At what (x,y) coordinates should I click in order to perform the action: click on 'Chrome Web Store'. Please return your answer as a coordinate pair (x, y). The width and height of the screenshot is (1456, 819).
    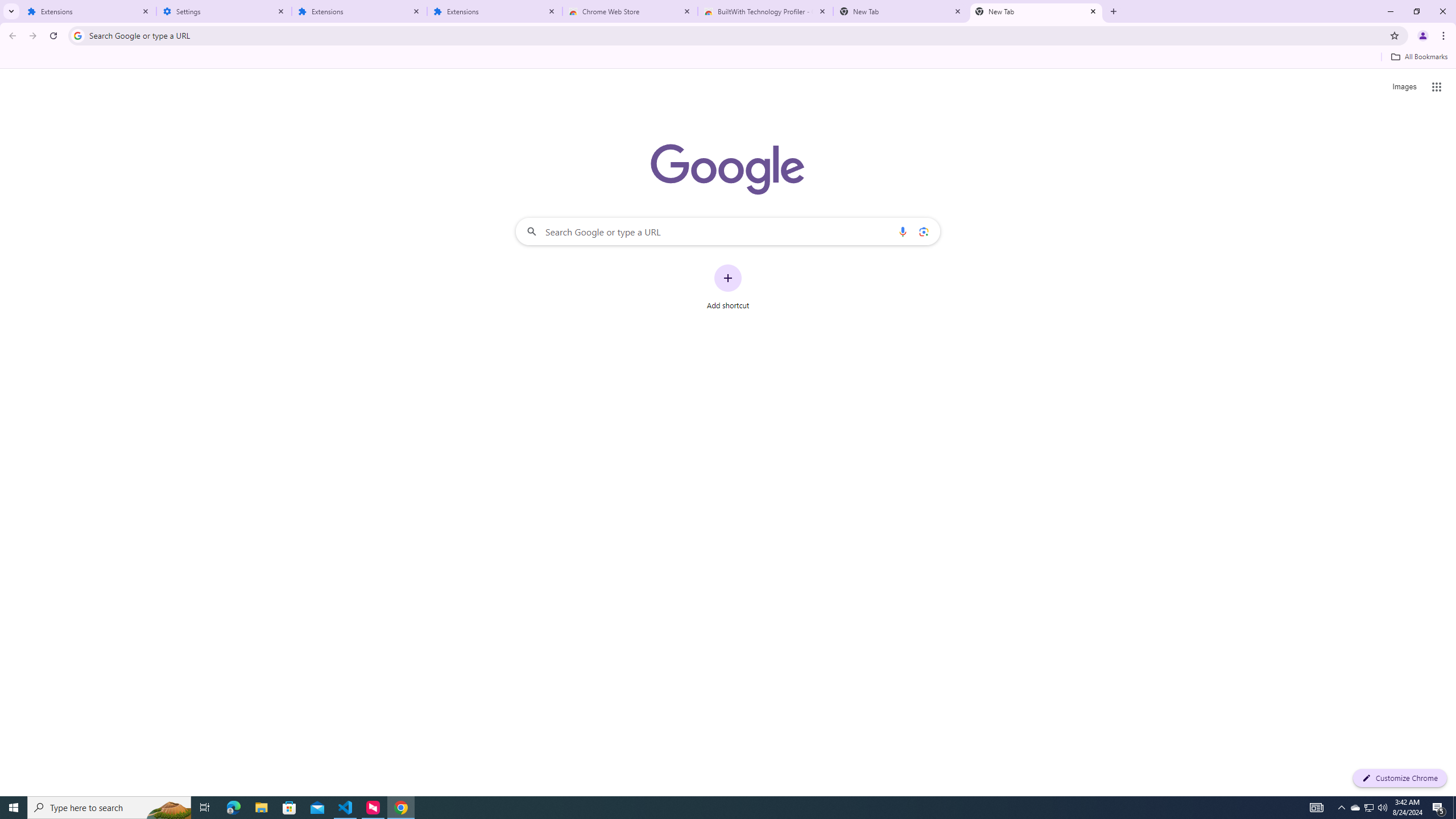
    Looking at the image, I should click on (630, 11).